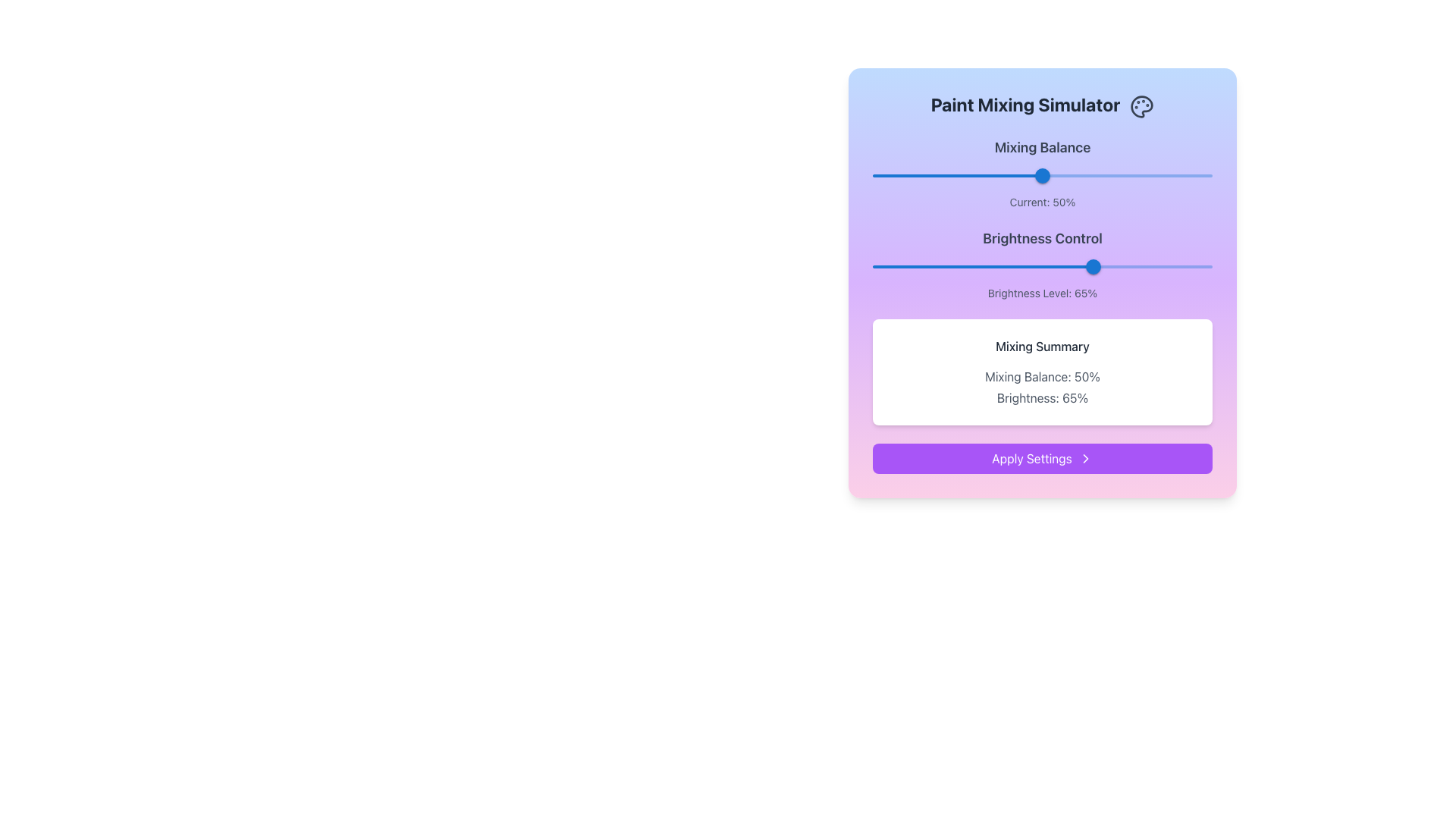 The width and height of the screenshot is (1456, 819). I want to click on the gray text label displaying 'Current: 50%' located below the 'Mixing Balance' slider interface, so click(1041, 201).